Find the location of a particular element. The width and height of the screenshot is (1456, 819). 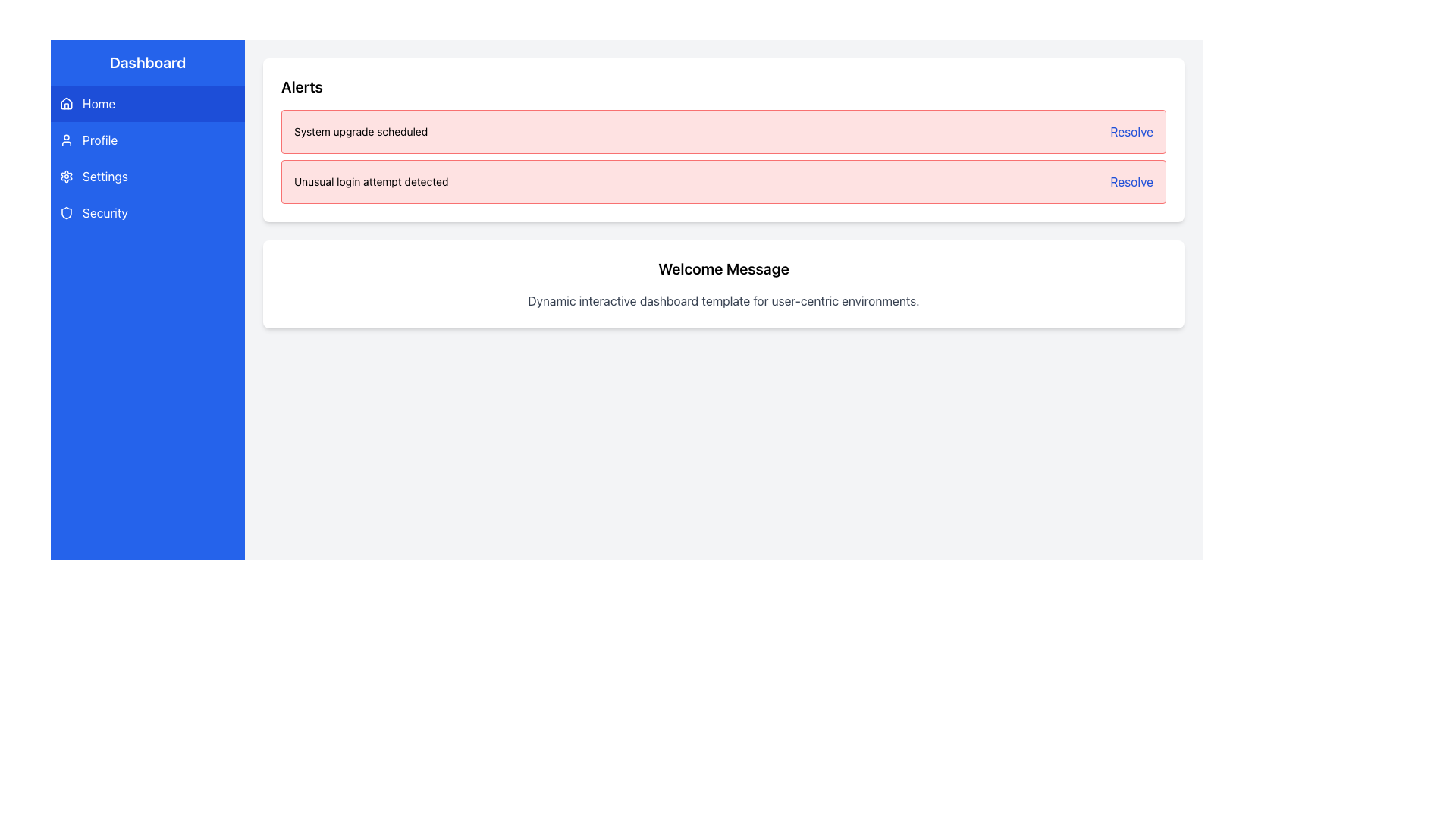

the gear-shaped settings icon located in the vertical navigation bar on the left side of the interface is located at coordinates (65, 175).